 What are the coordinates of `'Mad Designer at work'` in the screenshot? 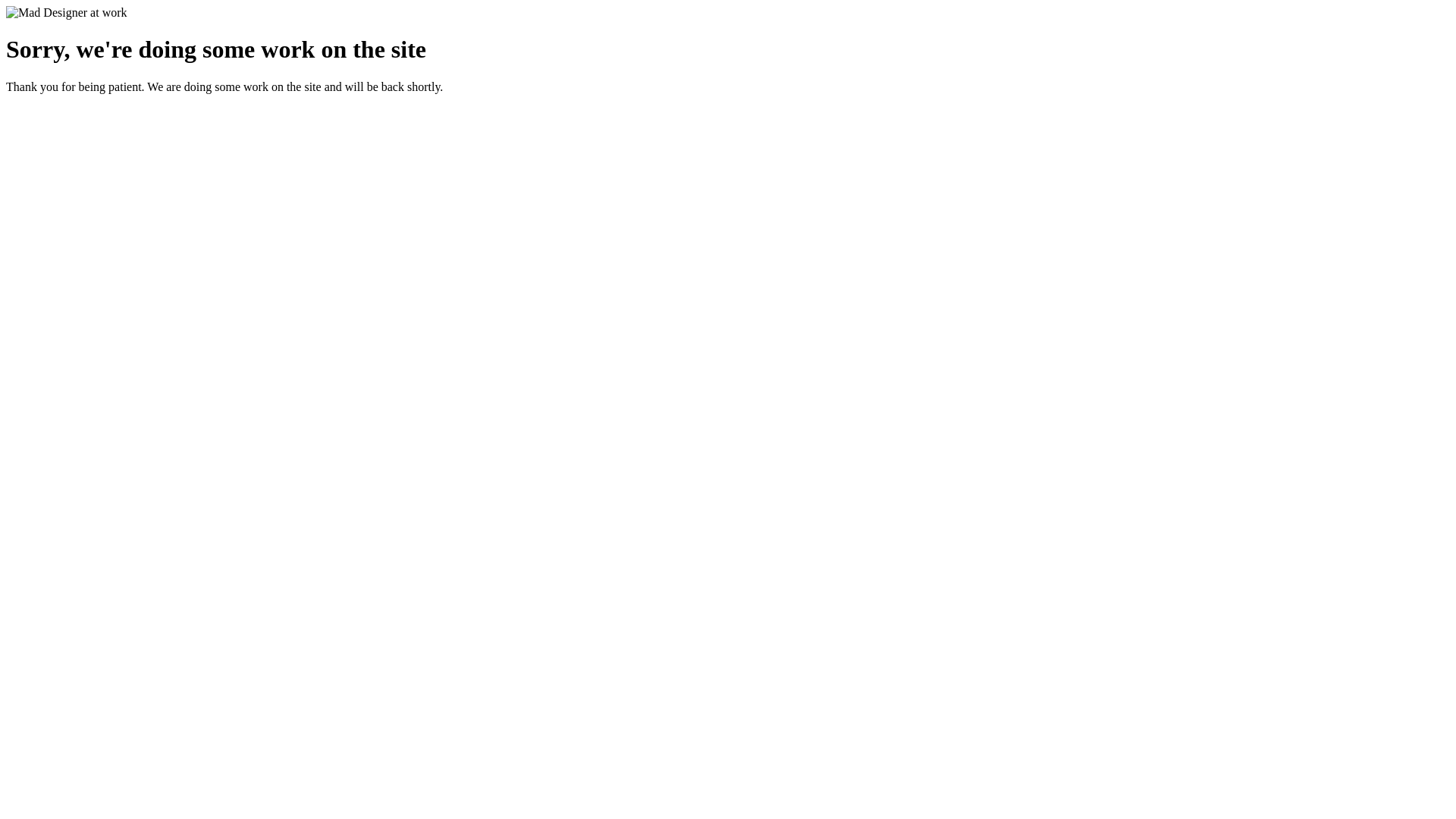 It's located at (6, 12).